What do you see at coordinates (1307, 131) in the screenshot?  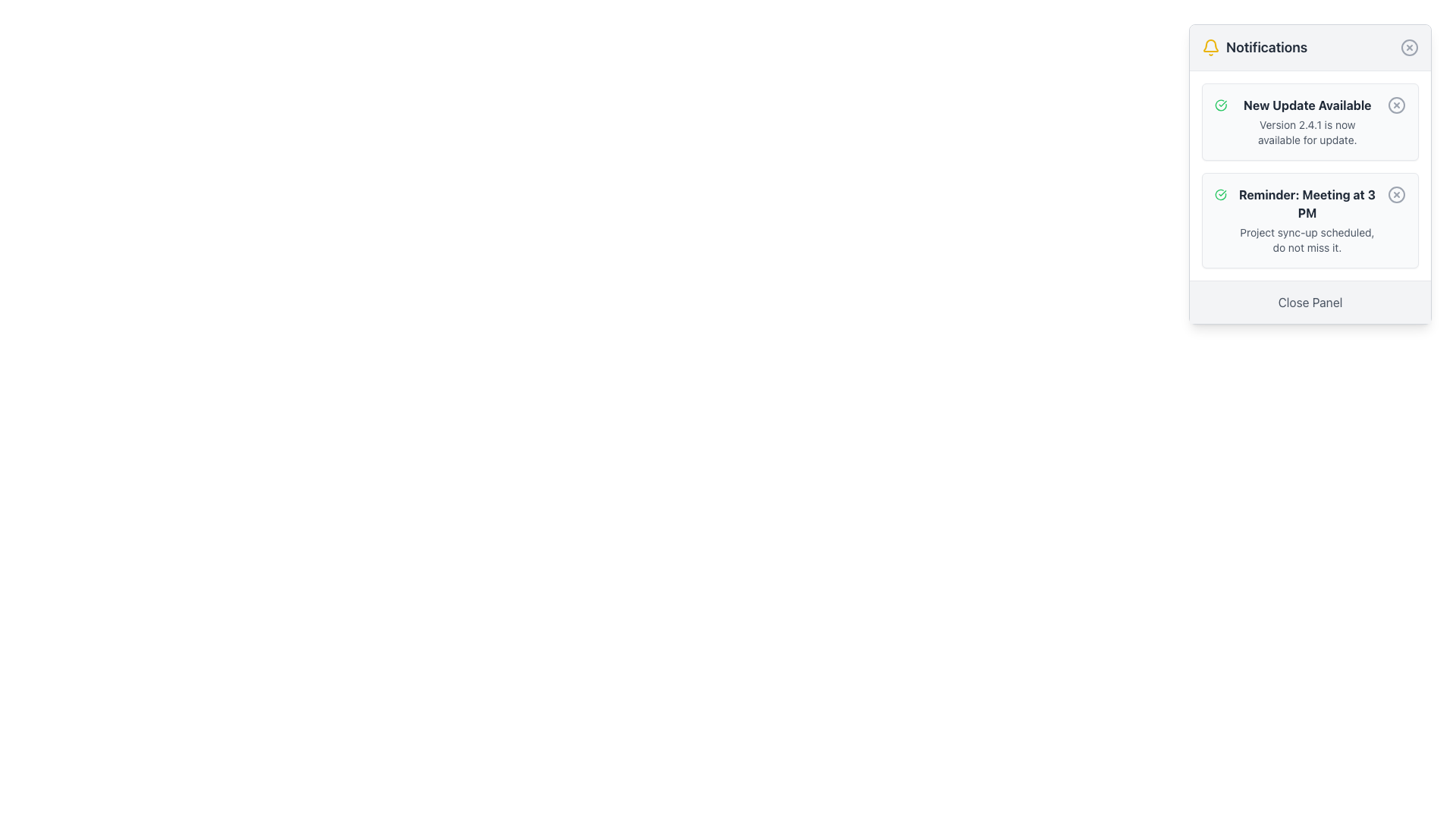 I see `the text label that indicates the availability of update Version 2.4.1, located below the 'New Update Available' heading in the notification card` at bounding box center [1307, 131].